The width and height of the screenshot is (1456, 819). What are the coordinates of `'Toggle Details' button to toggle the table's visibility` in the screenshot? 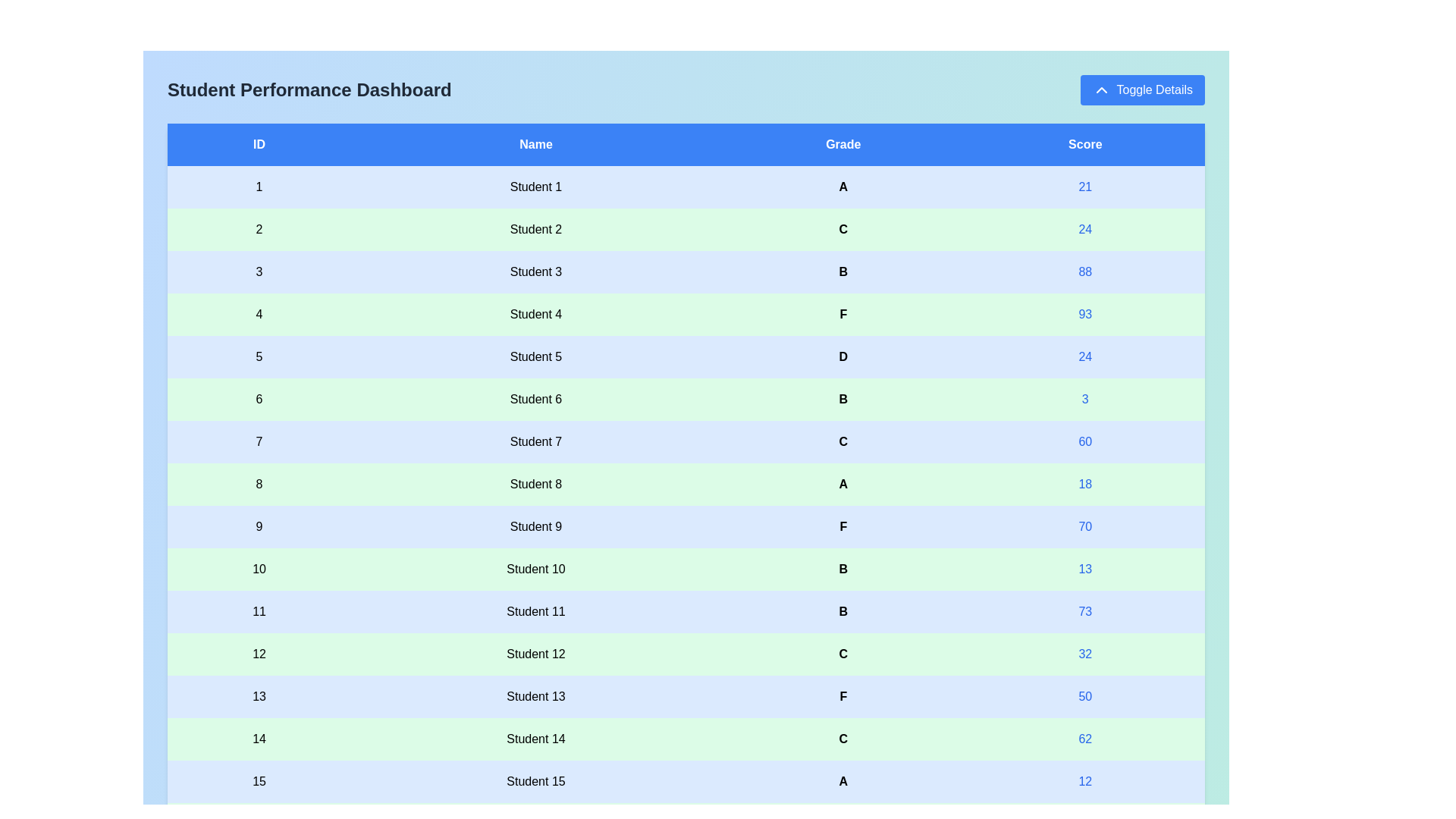 It's located at (1142, 90).